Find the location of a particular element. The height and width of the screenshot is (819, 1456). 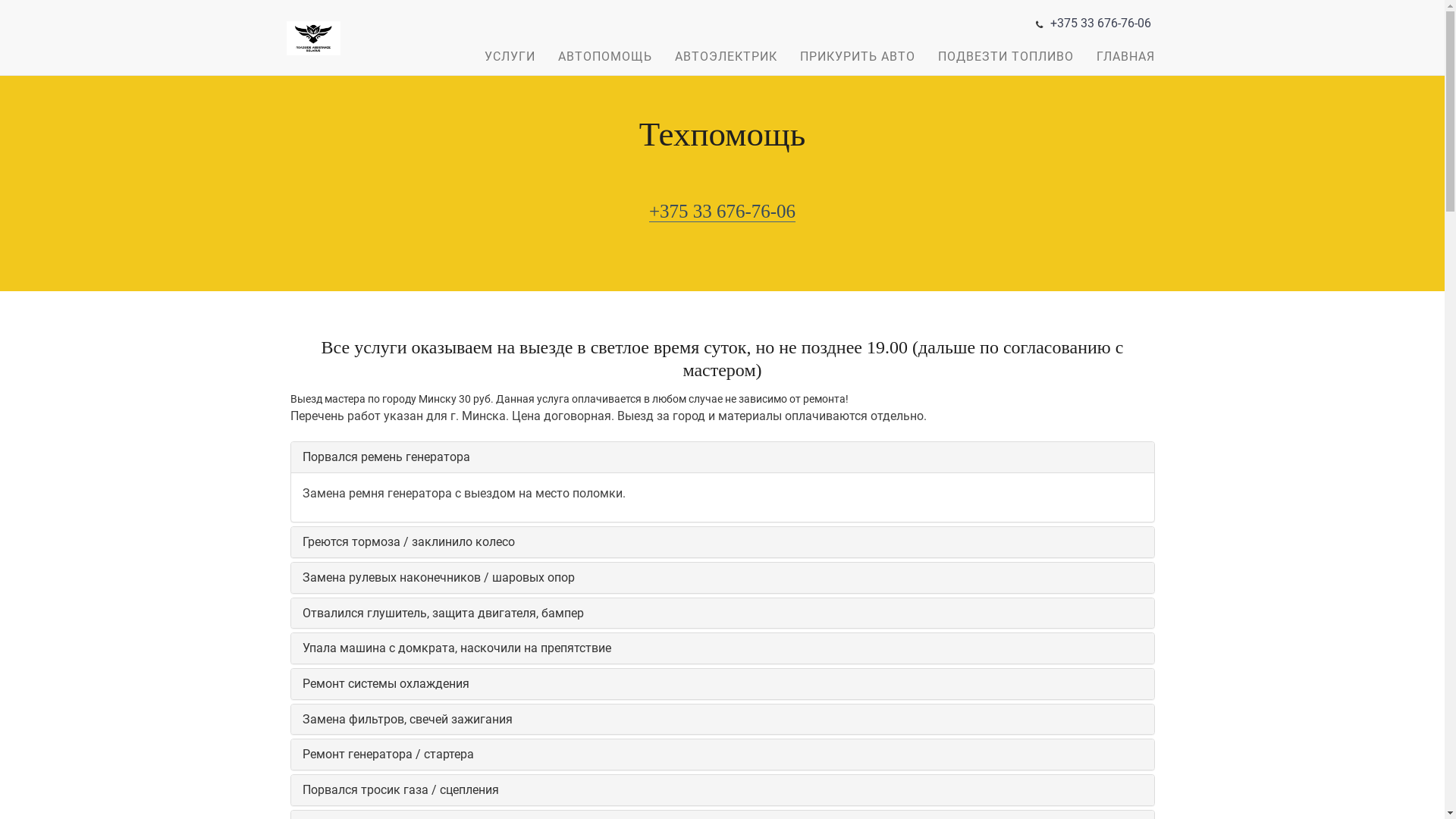

'+375 33 676-76-06' is located at coordinates (648, 211).